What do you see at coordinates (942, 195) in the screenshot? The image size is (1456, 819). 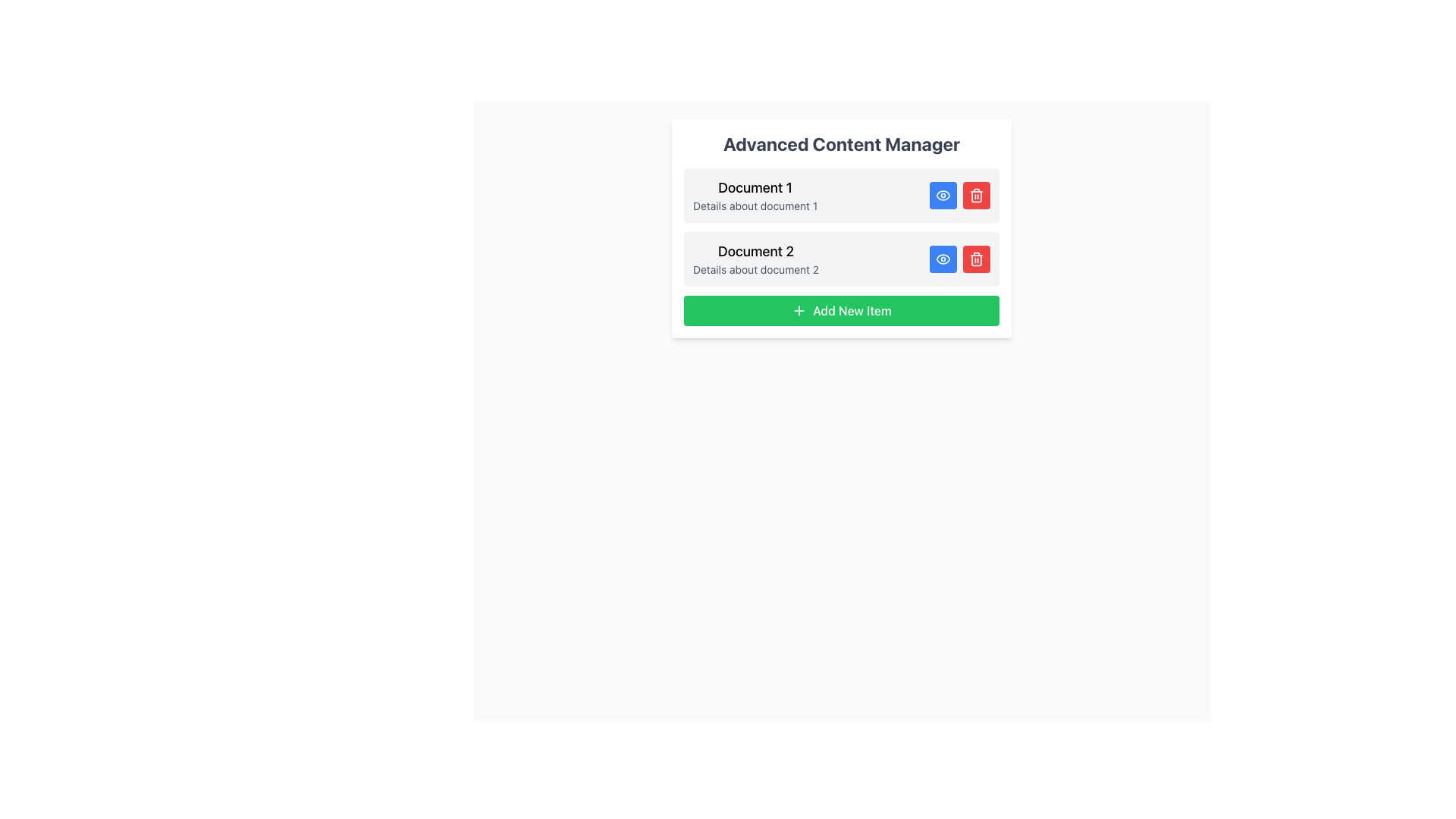 I see `the blue rounded rectangular button with a white eye icon in the 'Document 1' section of the Advanced Content Manager` at bounding box center [942, 195].